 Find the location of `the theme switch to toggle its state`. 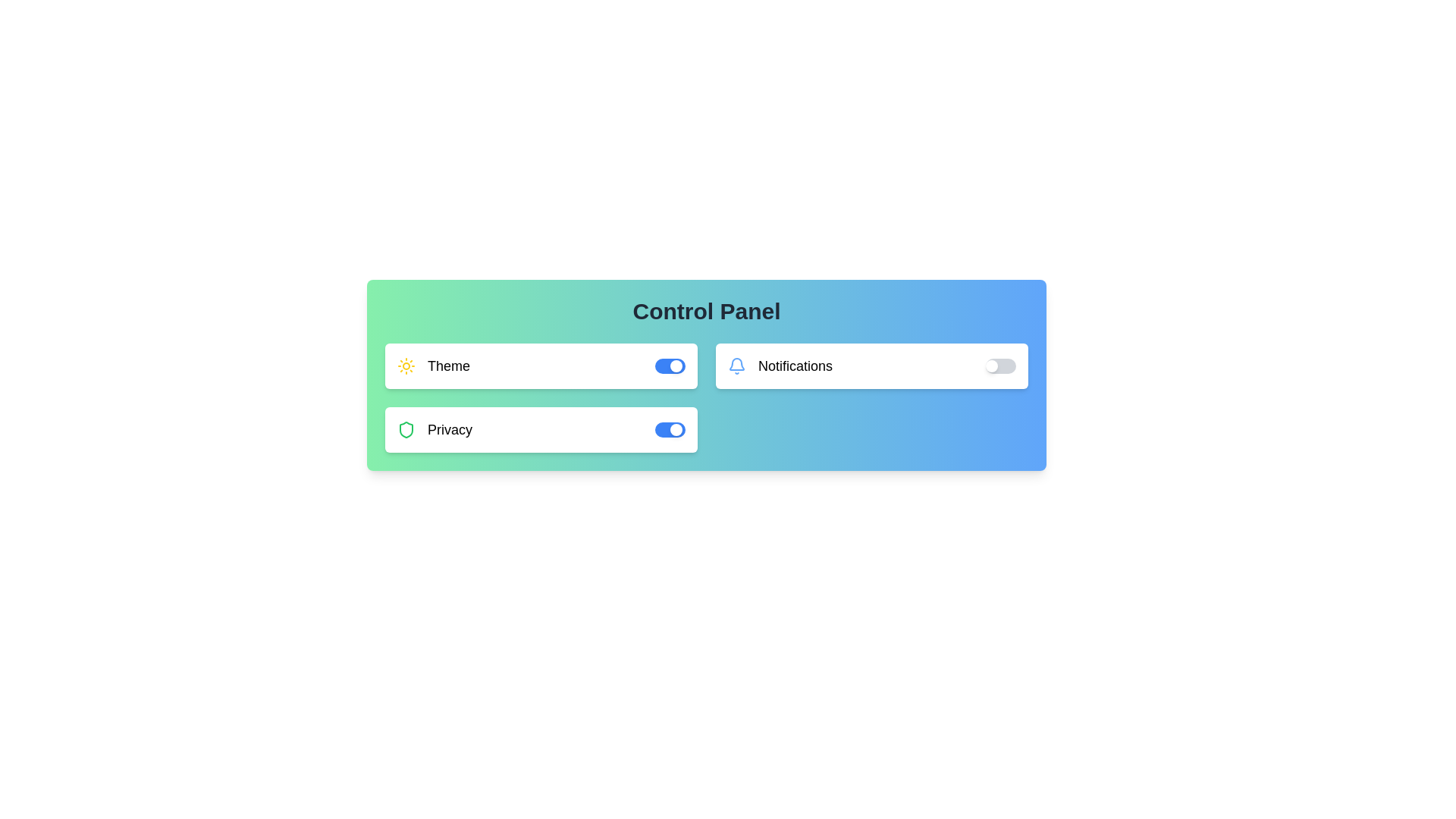

the theme switch to toggle its state is located at coordinates (669, 366).